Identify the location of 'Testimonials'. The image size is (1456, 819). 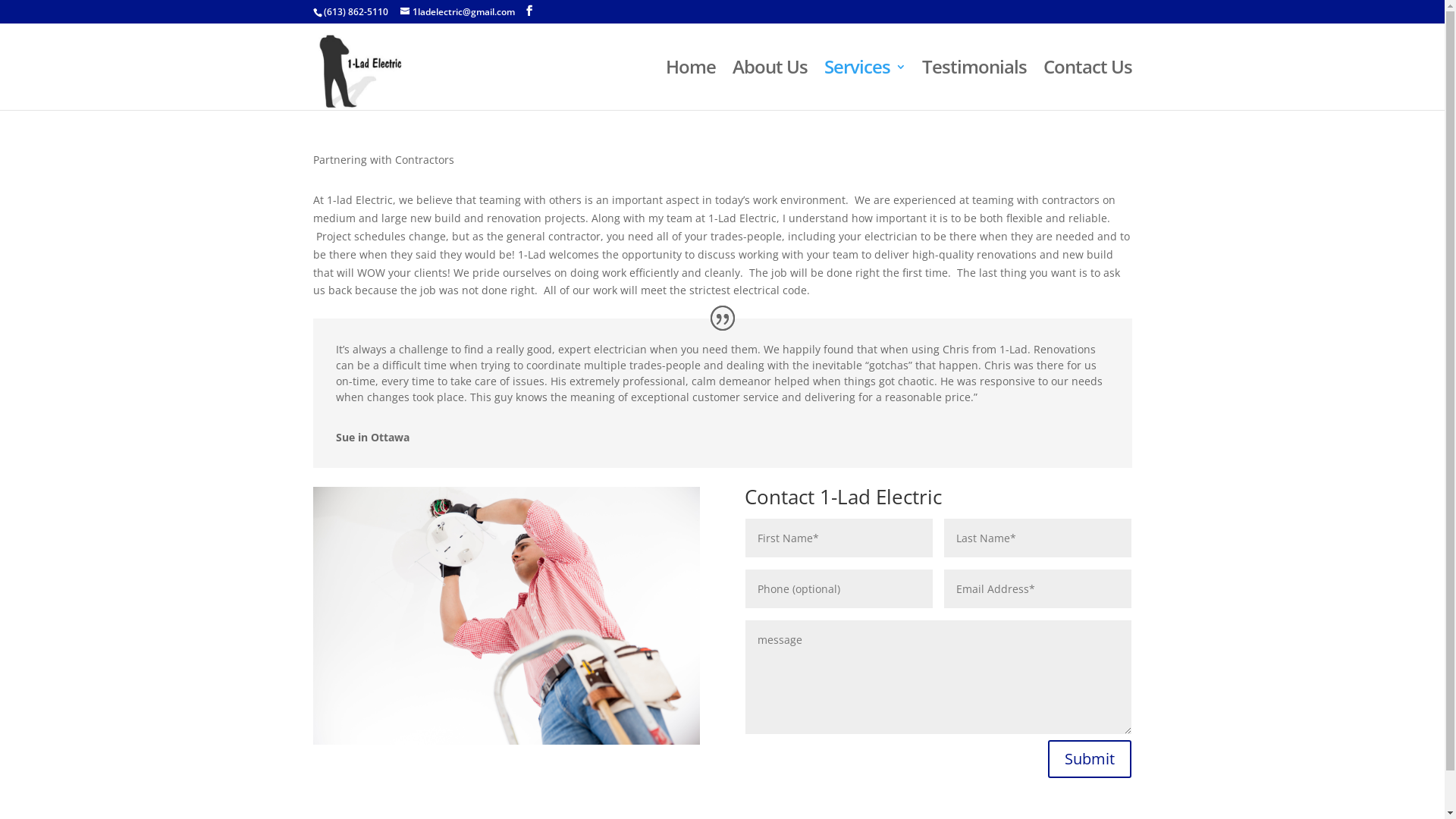
(974, 85).